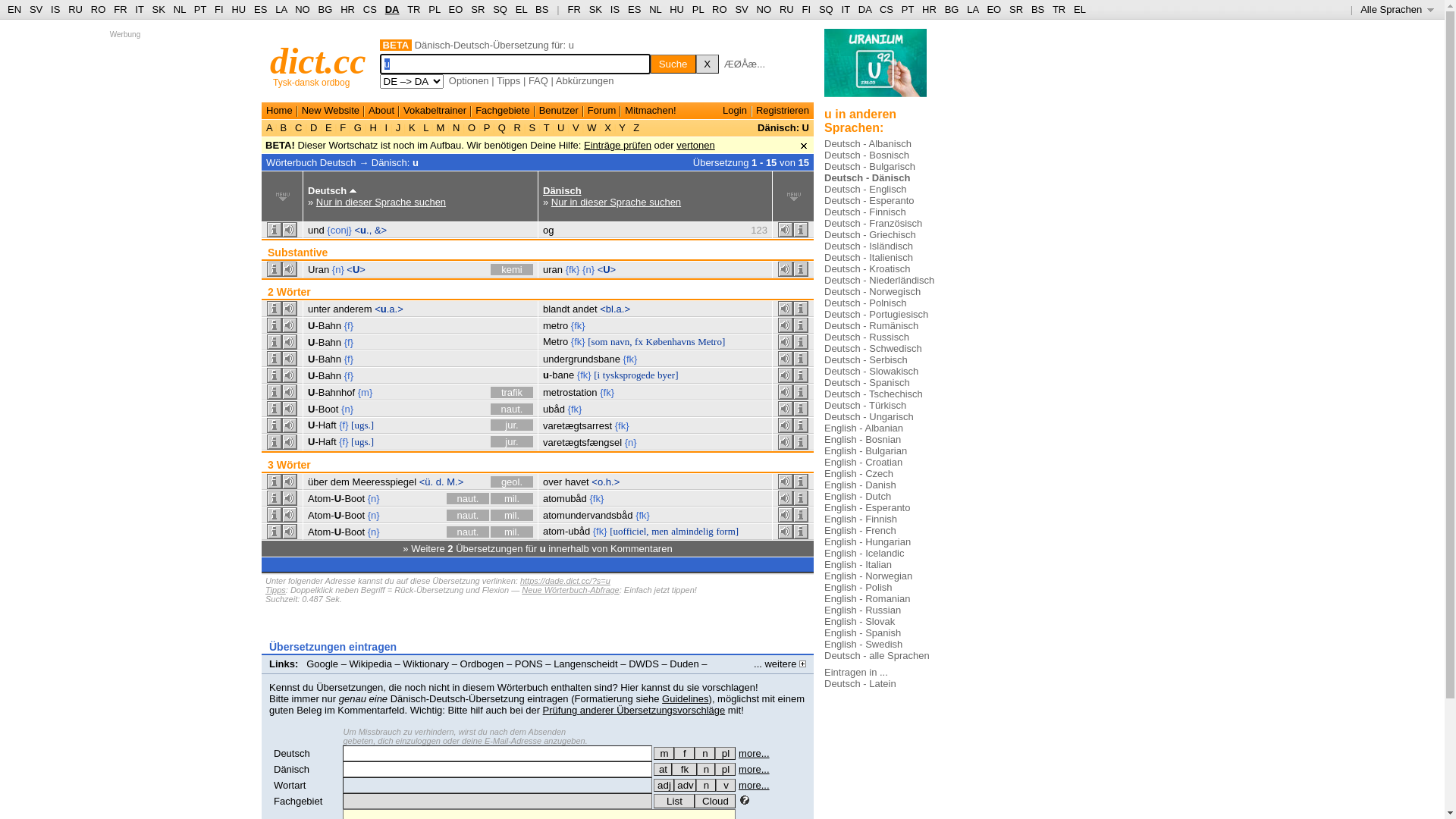  What do you see at coordinates (14, 9) in the screenshot?
I see `'EN'` at bounding box center [14, 9].